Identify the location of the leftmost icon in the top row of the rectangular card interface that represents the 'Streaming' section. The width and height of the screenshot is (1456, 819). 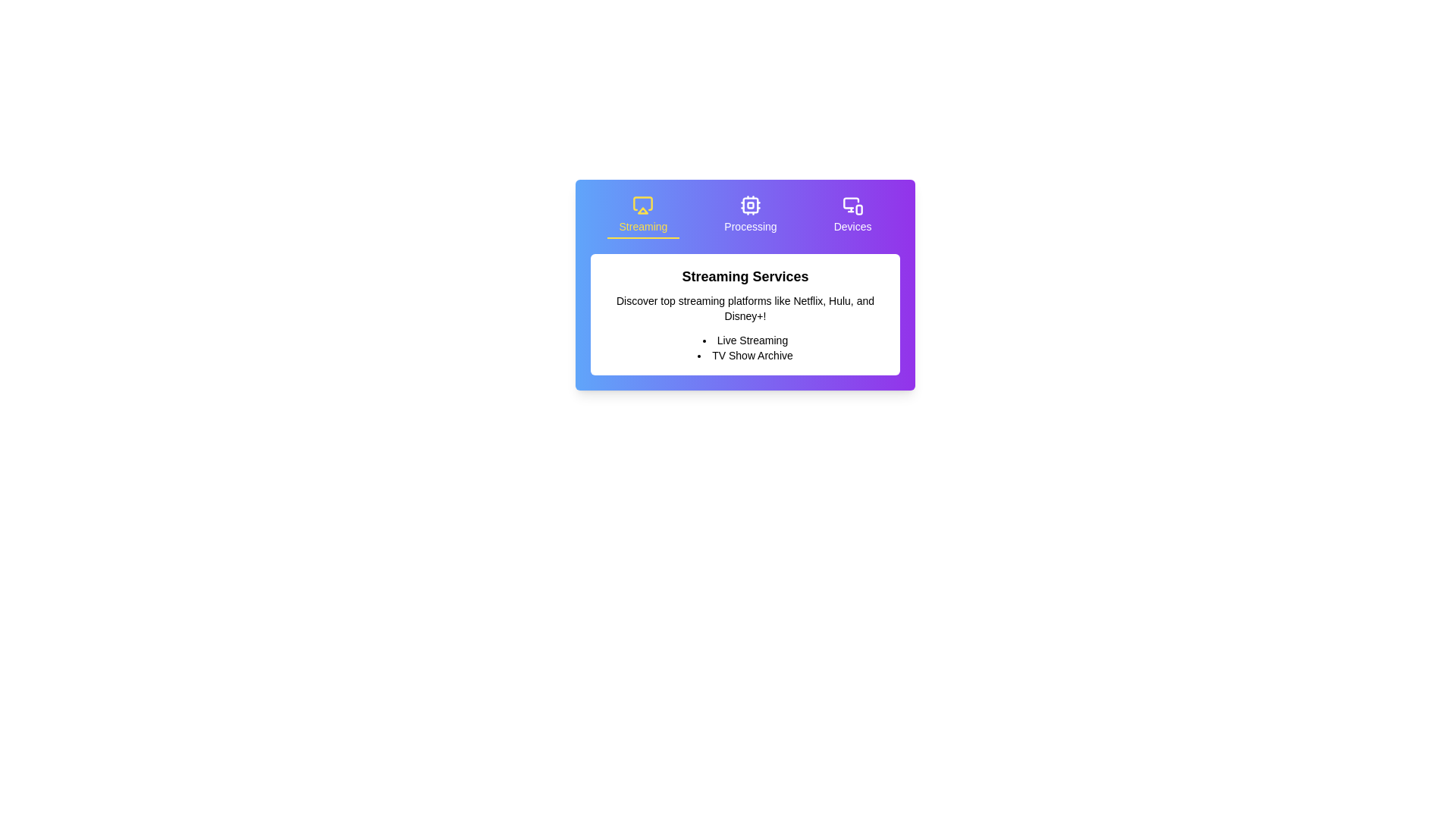
(643, 205).